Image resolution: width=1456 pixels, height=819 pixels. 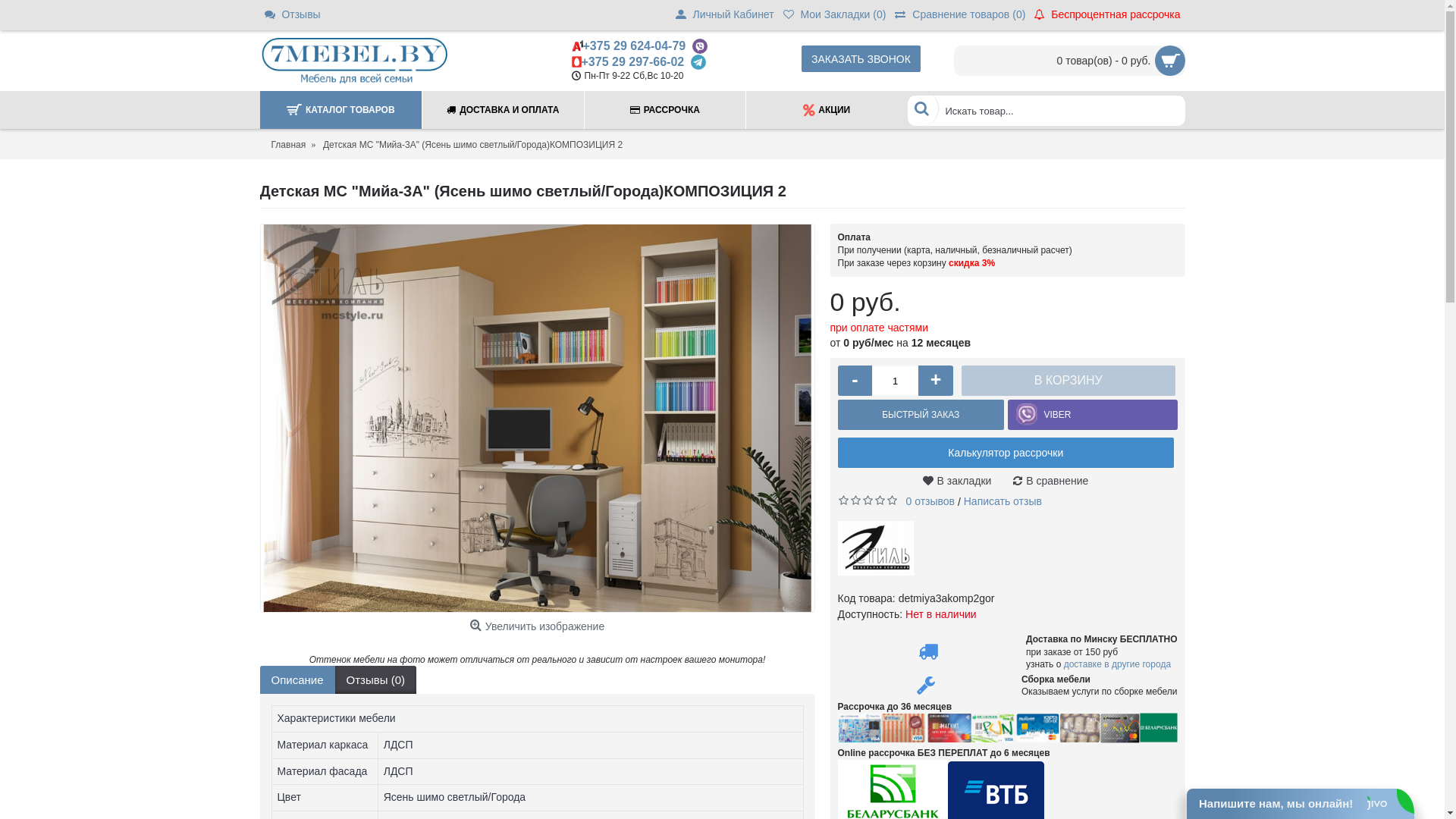 I want to click on 'VIBER', so click(x=1056, y=415).